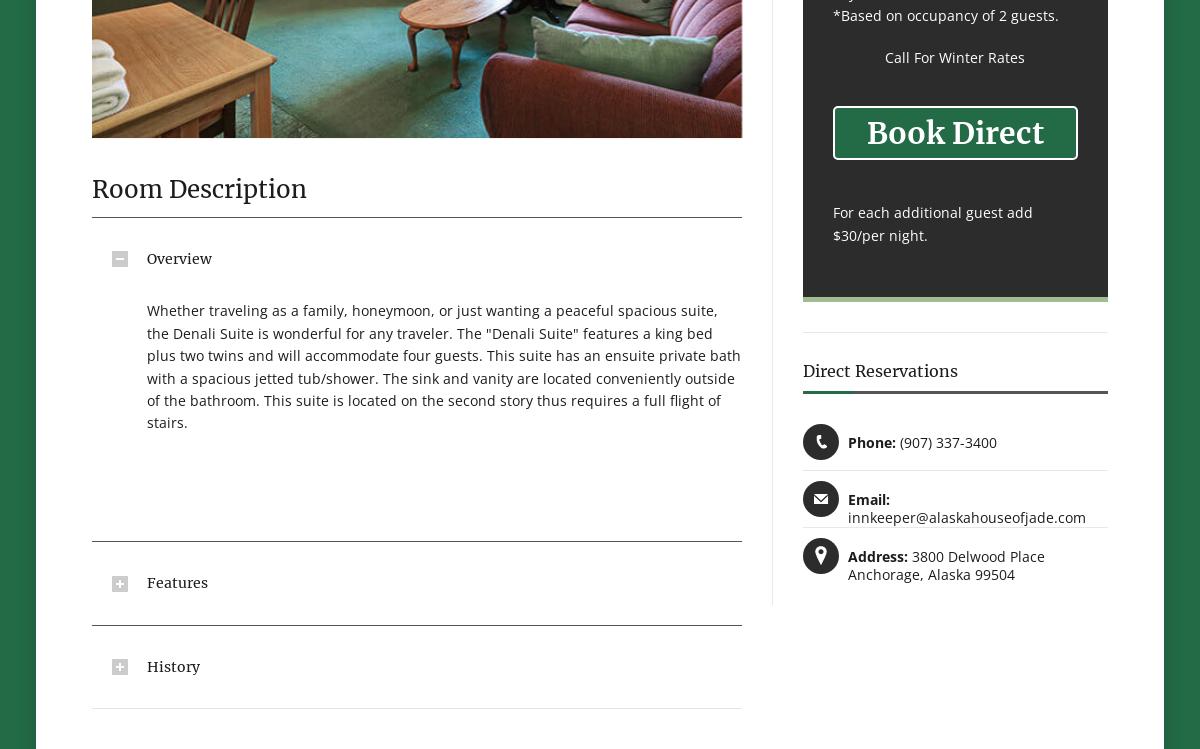  What do you see at coordinates (832, 14) in the screenshot?
I see `'*Based on occupancy of 2 guests.'` at bounding box center [832, 14].